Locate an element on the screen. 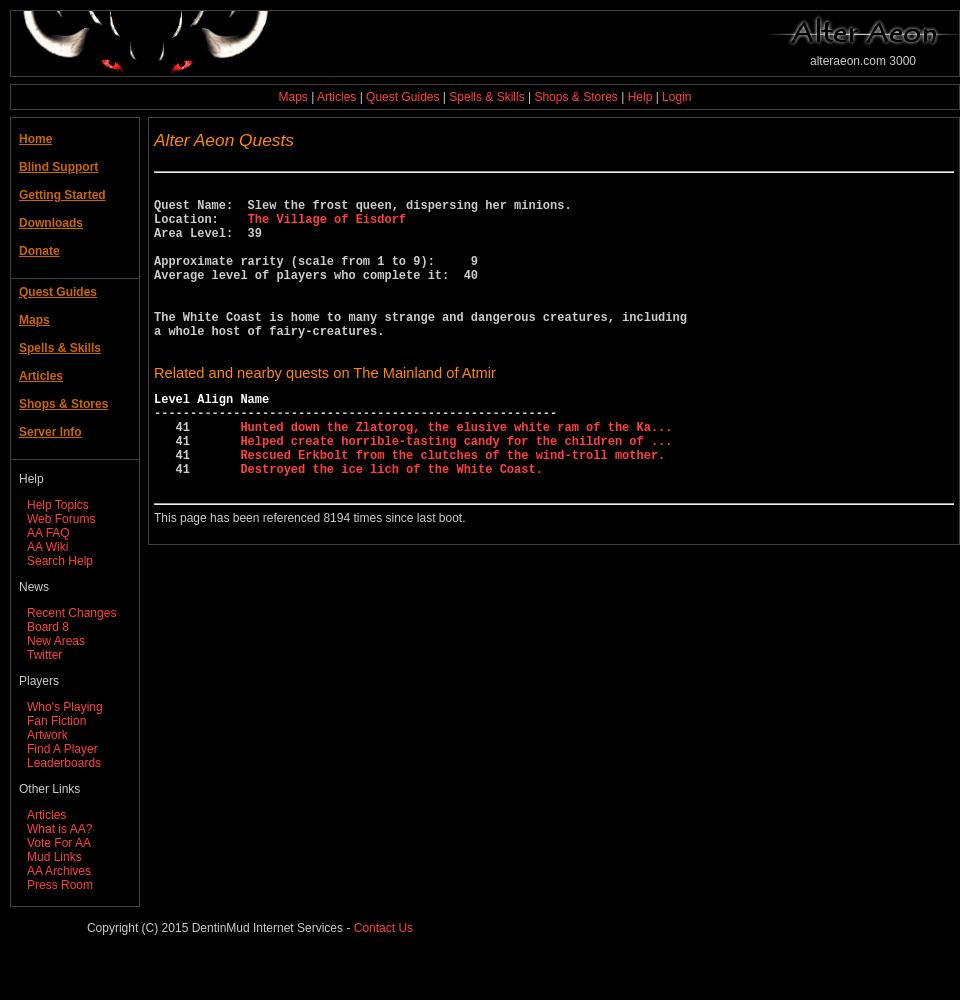  'Find A Player' is located at coordinates (25, 748).